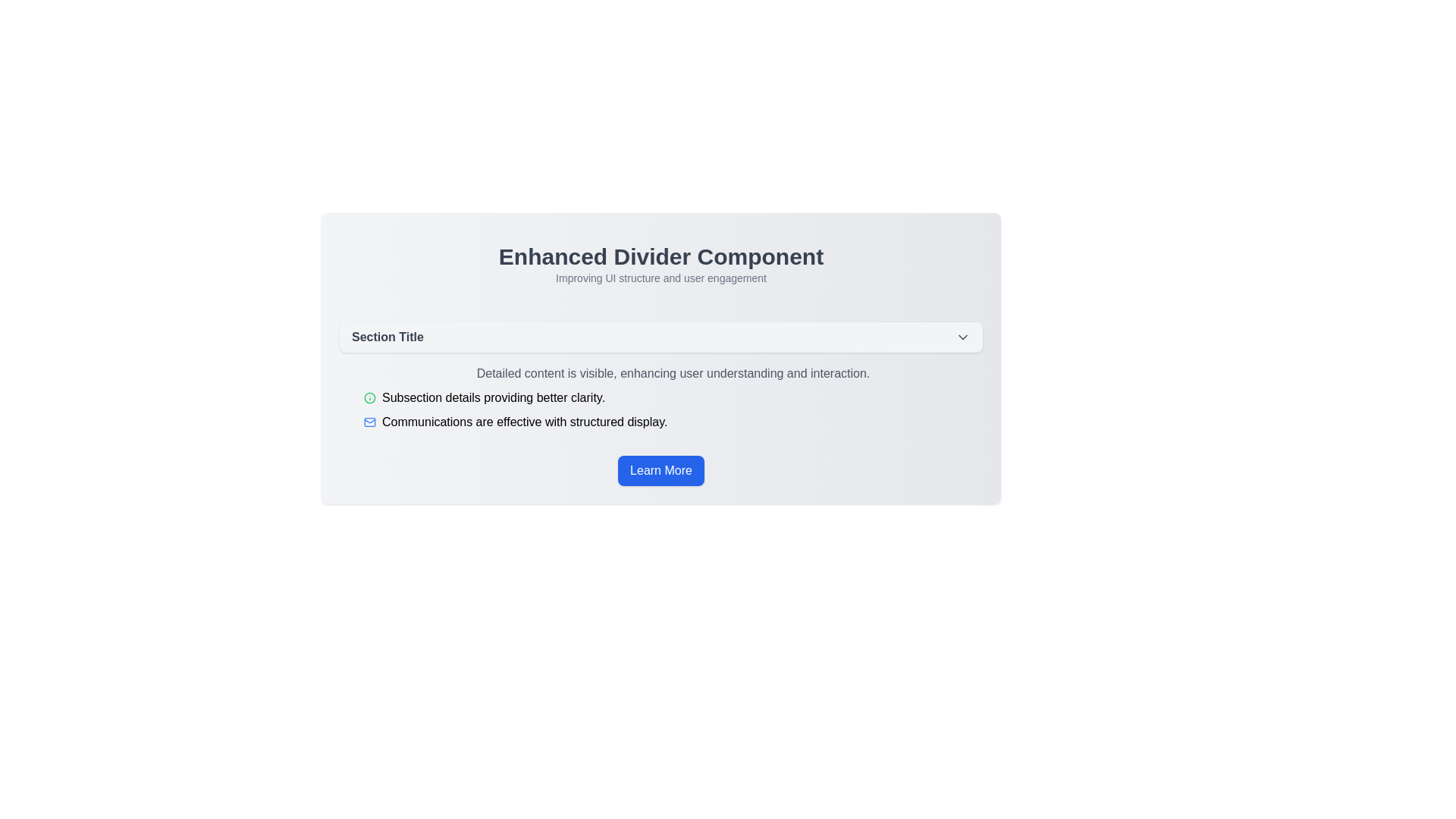  What do you see at coordinates (370, 397) in the screenshot?
I see `the graphical SVG circle element that is part of an informational icon near the header of the subsections list to interact with it` at bounding box center [370, 397].